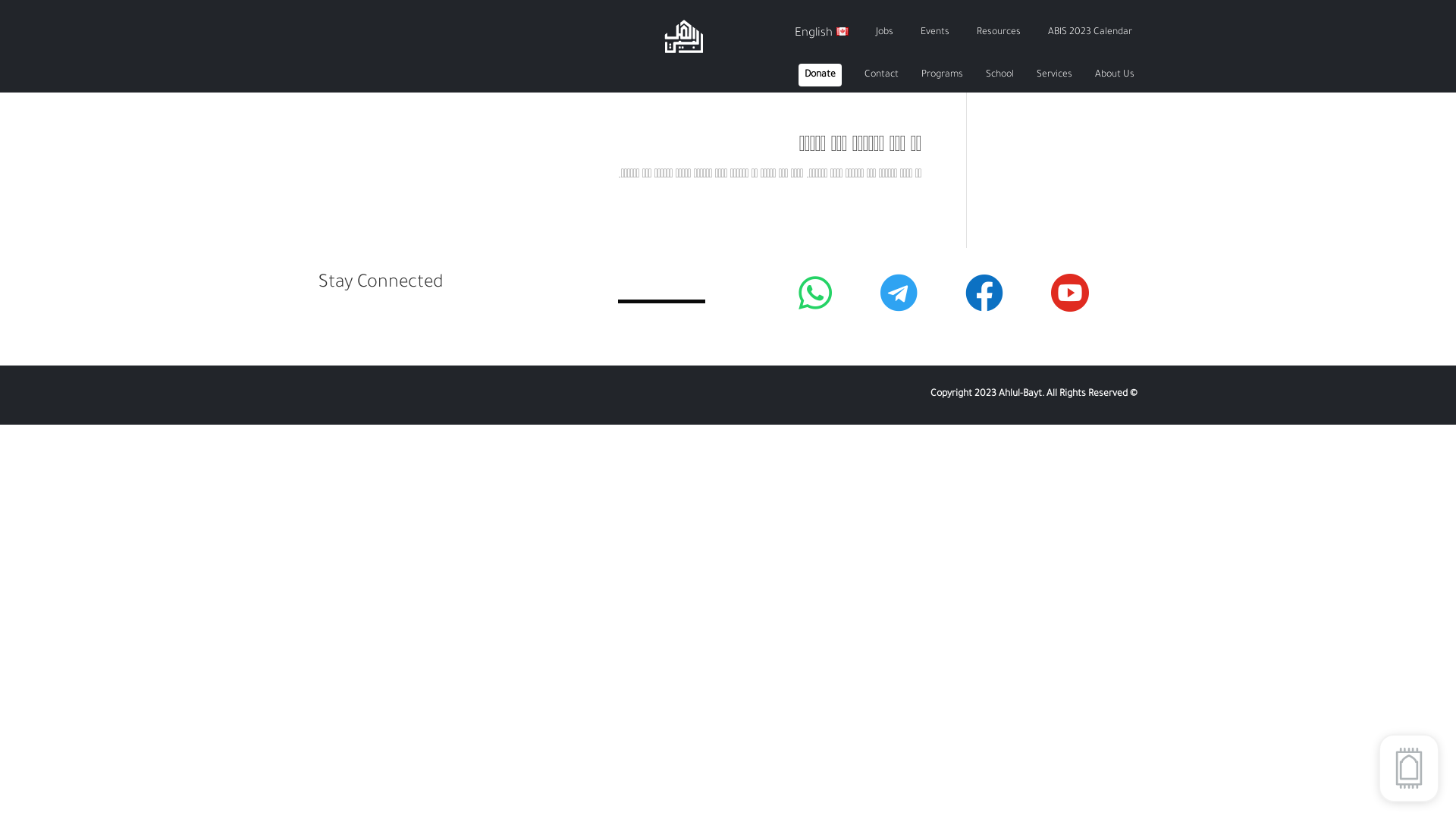 This screenshot has height=819, width=1456. Describe the element at coordinates (821, 33) in the screenshot. I see `'English'` at that location.